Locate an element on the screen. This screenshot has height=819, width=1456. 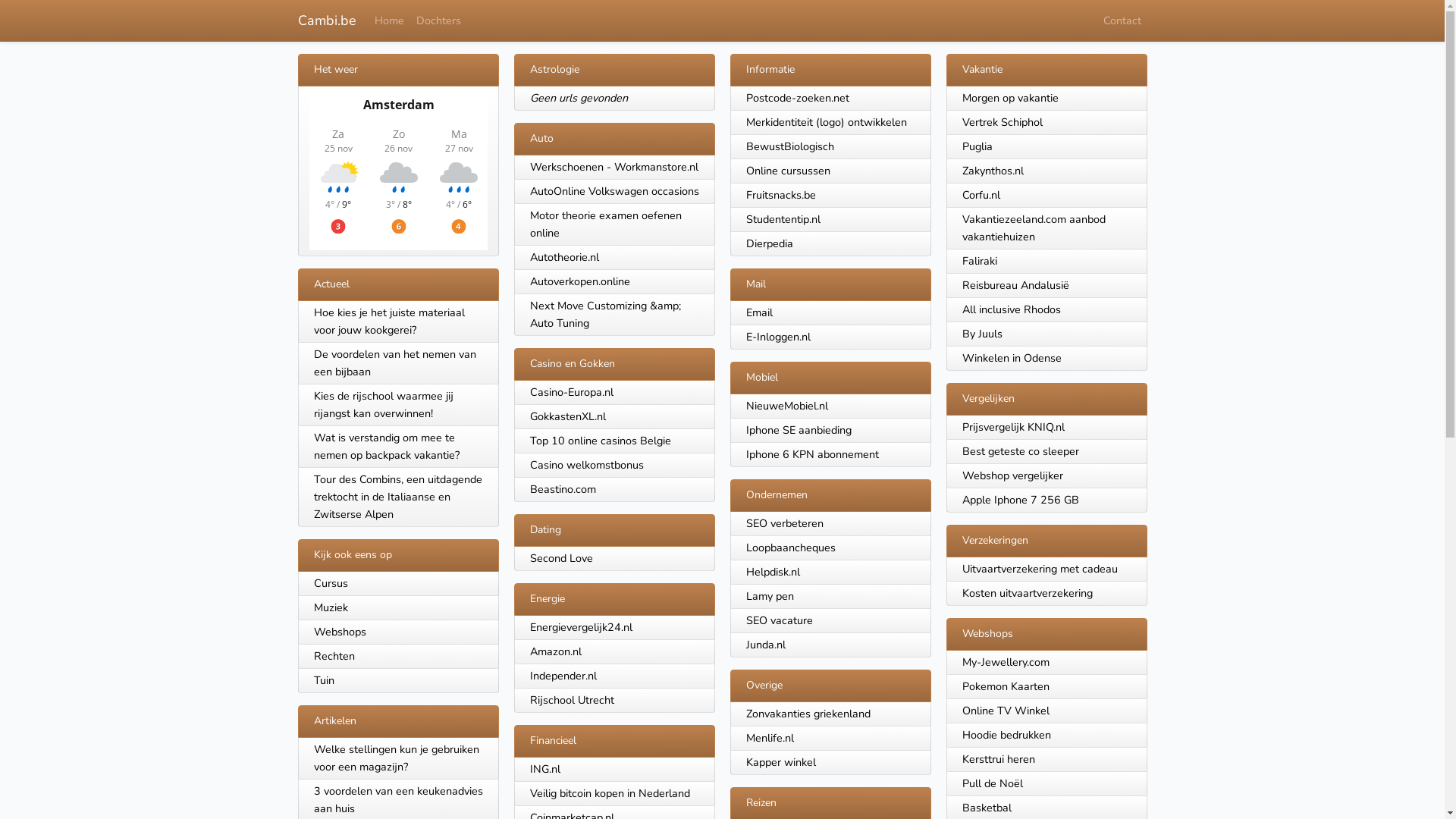
'Winkelen in Odense' is located at coordinates (960, 357).